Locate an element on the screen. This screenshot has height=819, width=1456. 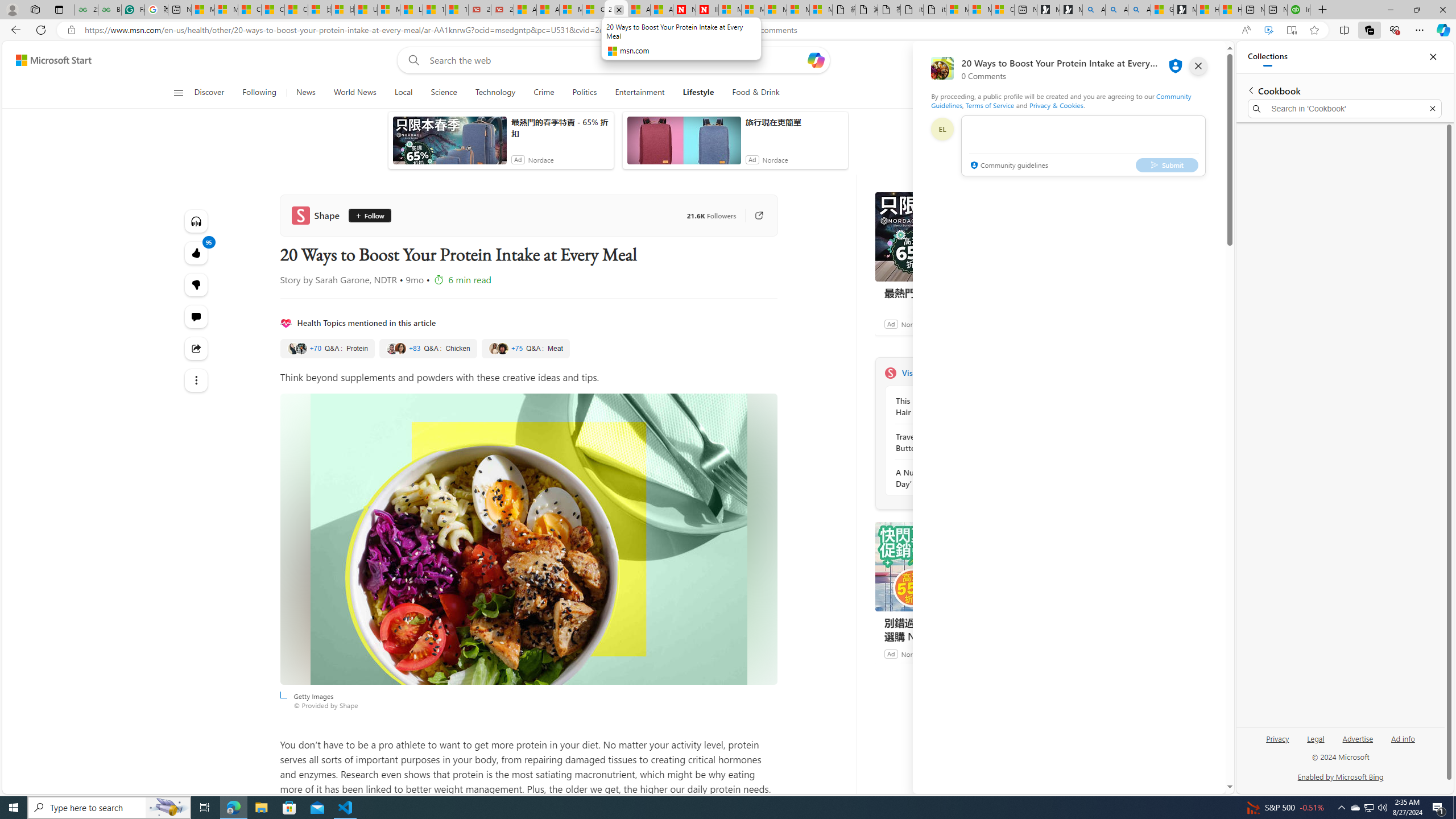
'Profile Picture' is located at coordinates (941, 129).